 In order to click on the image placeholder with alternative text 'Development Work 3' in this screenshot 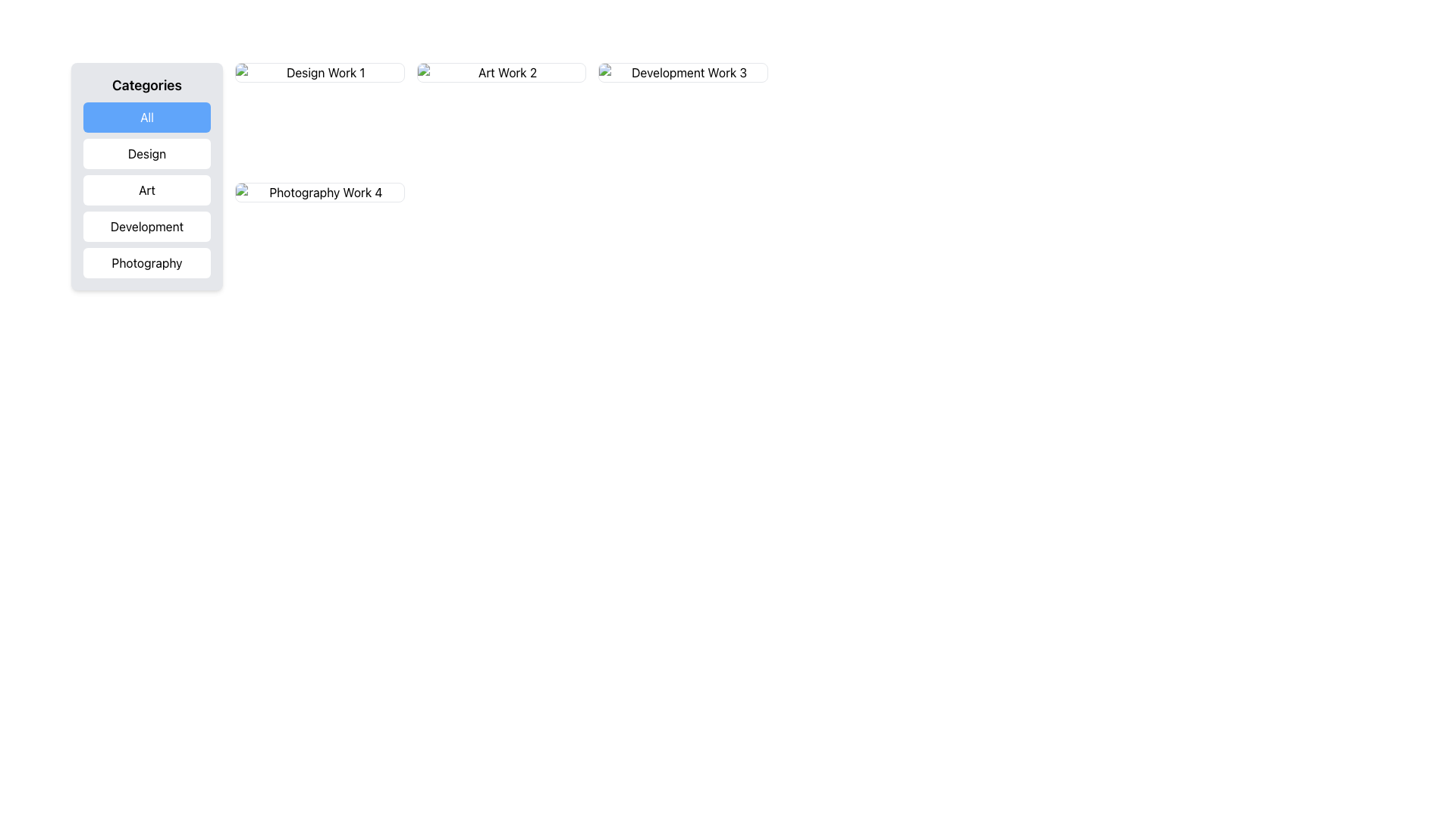, I will do `click(682, 73)`.